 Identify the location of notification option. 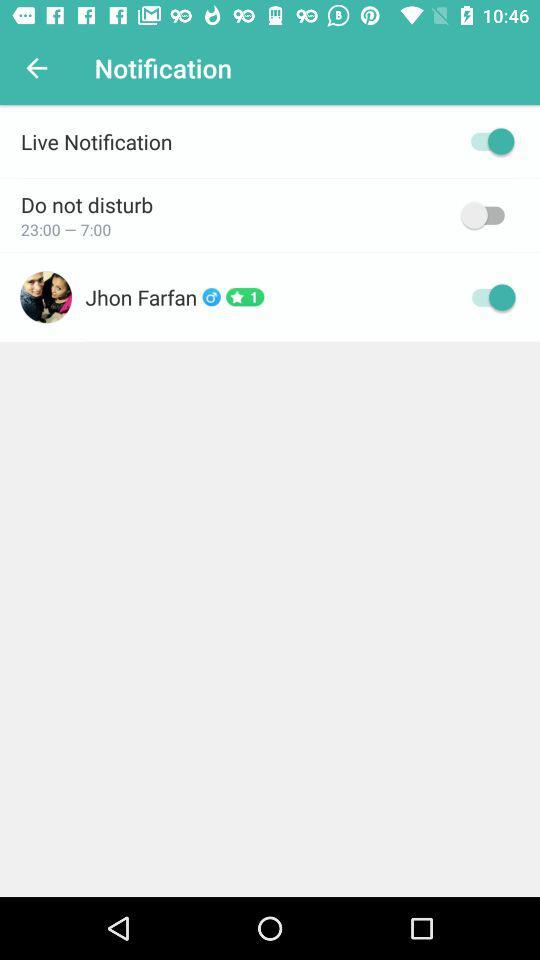
(486, 140).